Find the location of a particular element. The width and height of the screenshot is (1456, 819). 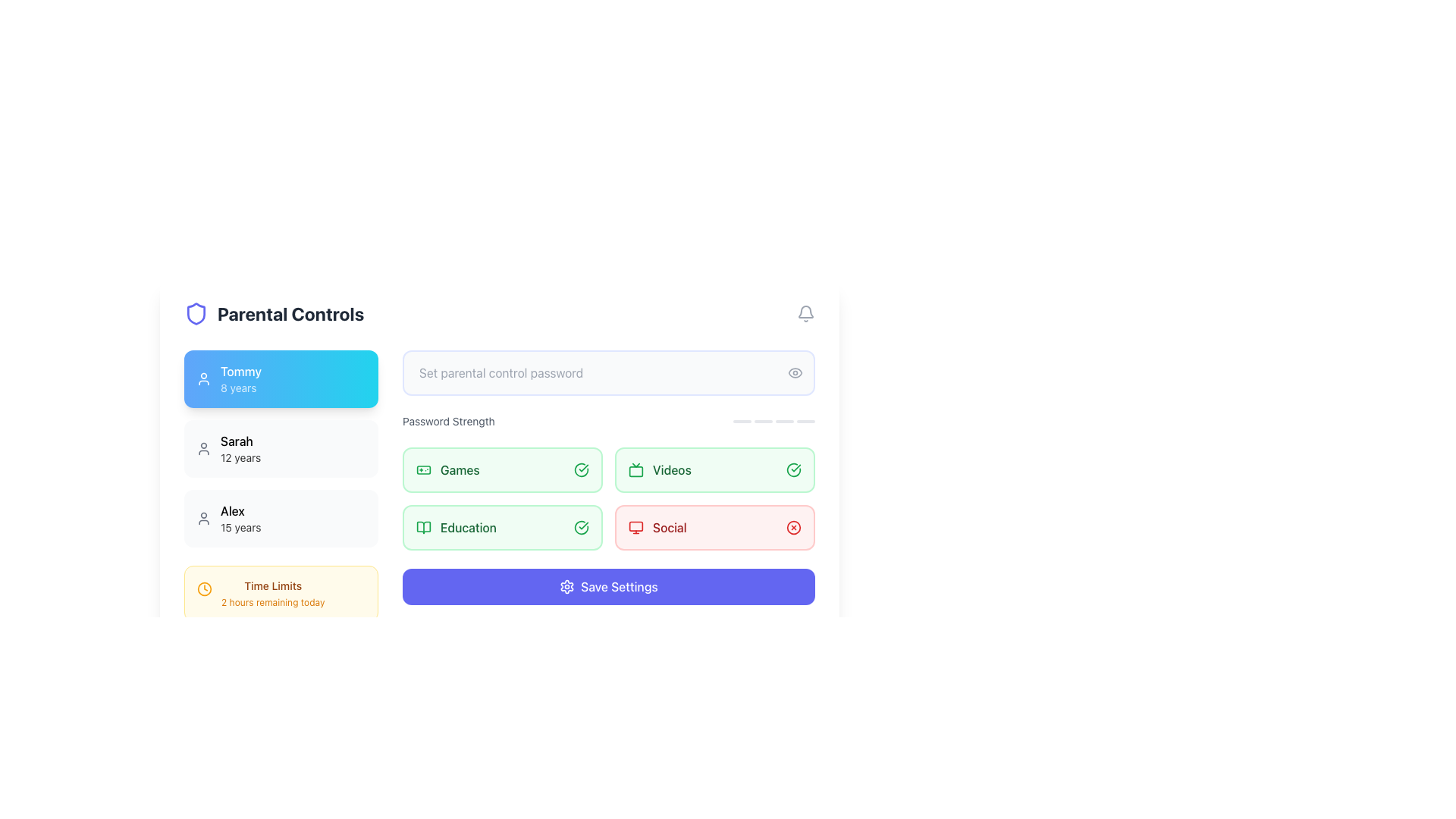

the icon next to the 'Save Settings' text is located at coordinates (566, 586).